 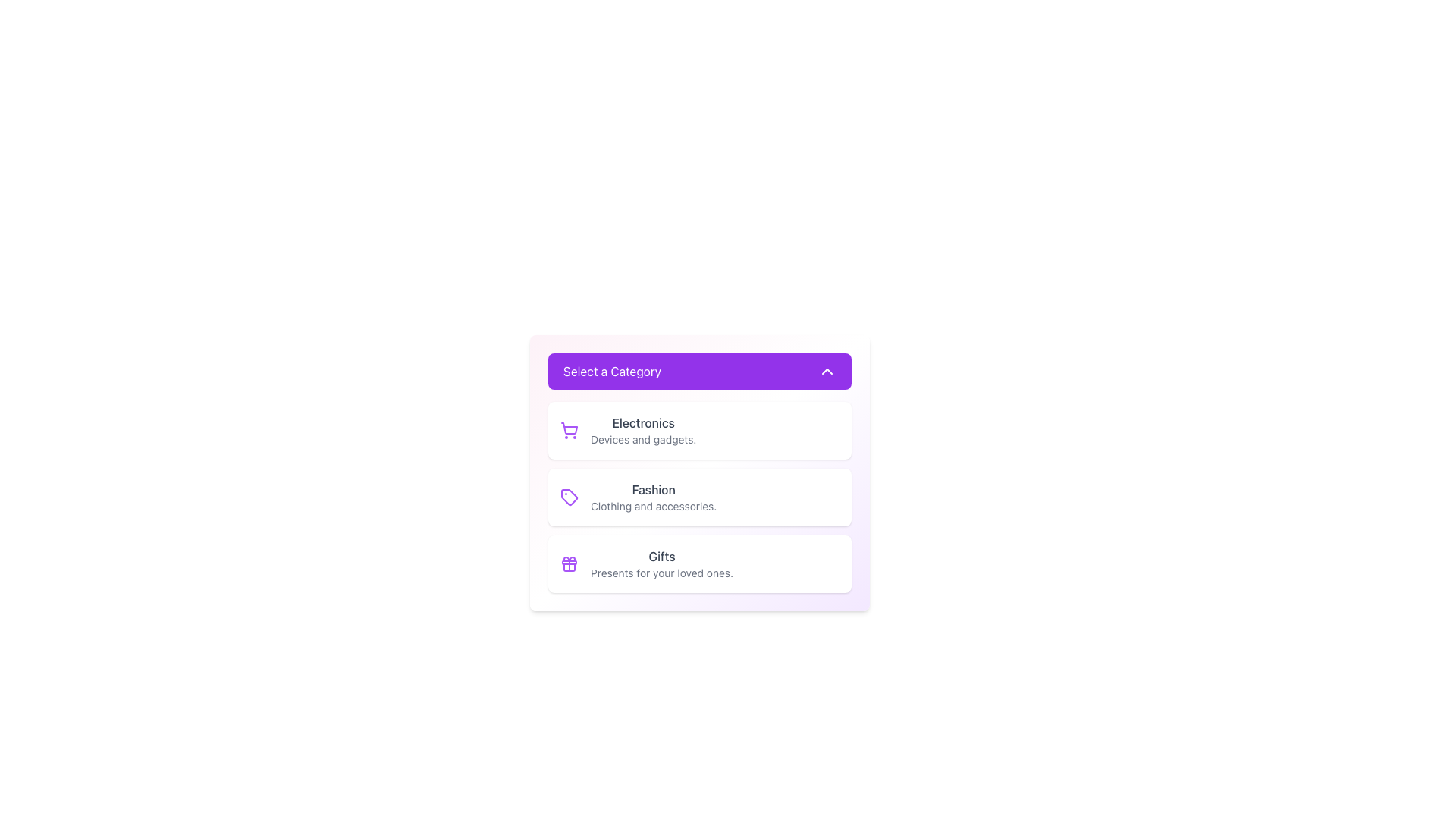 I want to click on the Fashion category icon located in the second item of the 'Select a Category' dropdown menu, positioned on the left side of the text 'Fashion', so click(x=568, y=497).